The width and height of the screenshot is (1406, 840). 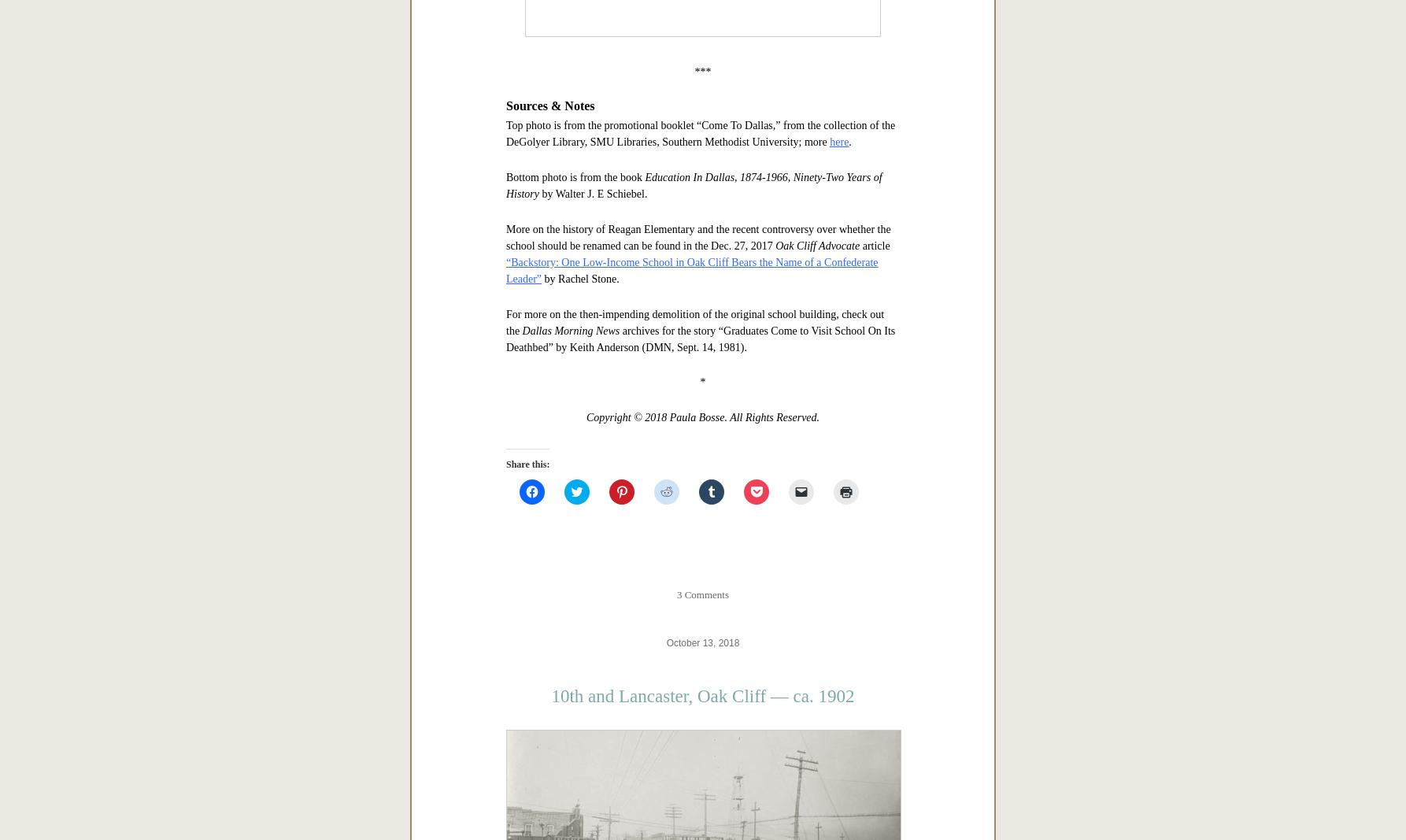 What do you see at coordinates (699, 627) in the screenshot?
I see `'Top photo is from the promotional booklet “Come To Dallas,” from the collection of the DeGolyer Library, SMU Libraries, Southern Methodist University; more'` at bounding box center [699, 627].